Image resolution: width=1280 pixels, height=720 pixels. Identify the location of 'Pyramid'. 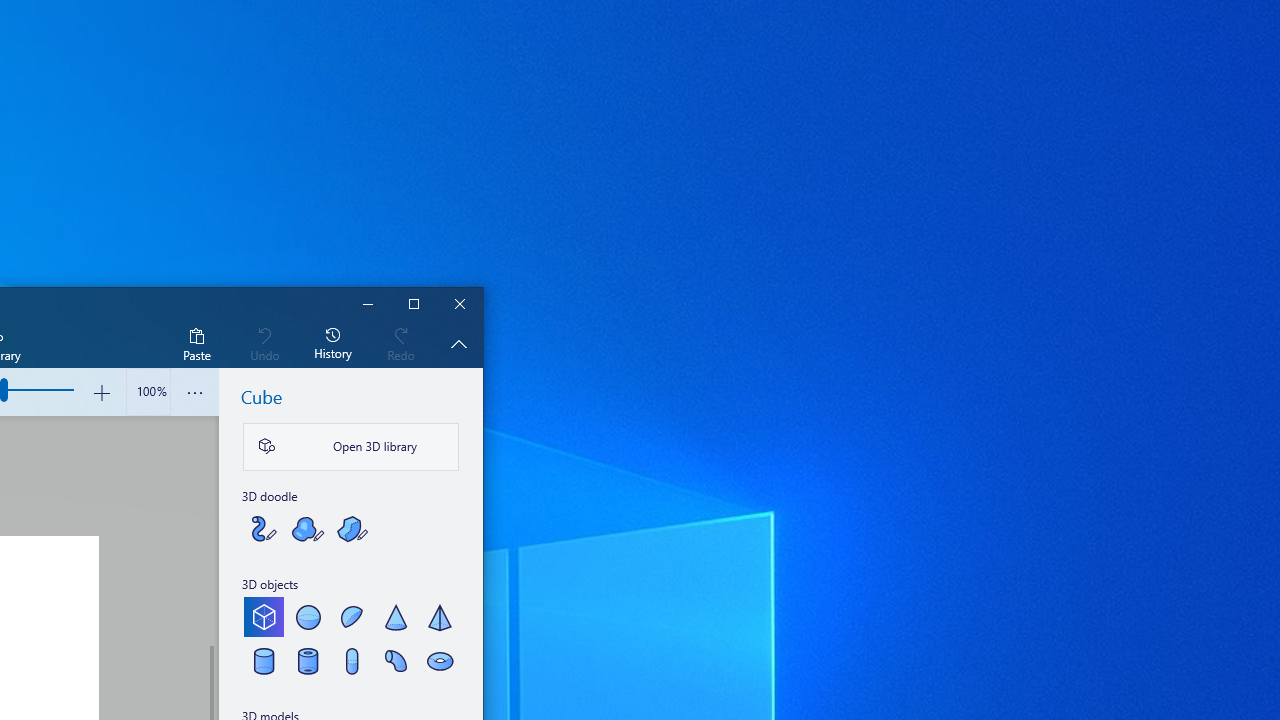
(438, 616).